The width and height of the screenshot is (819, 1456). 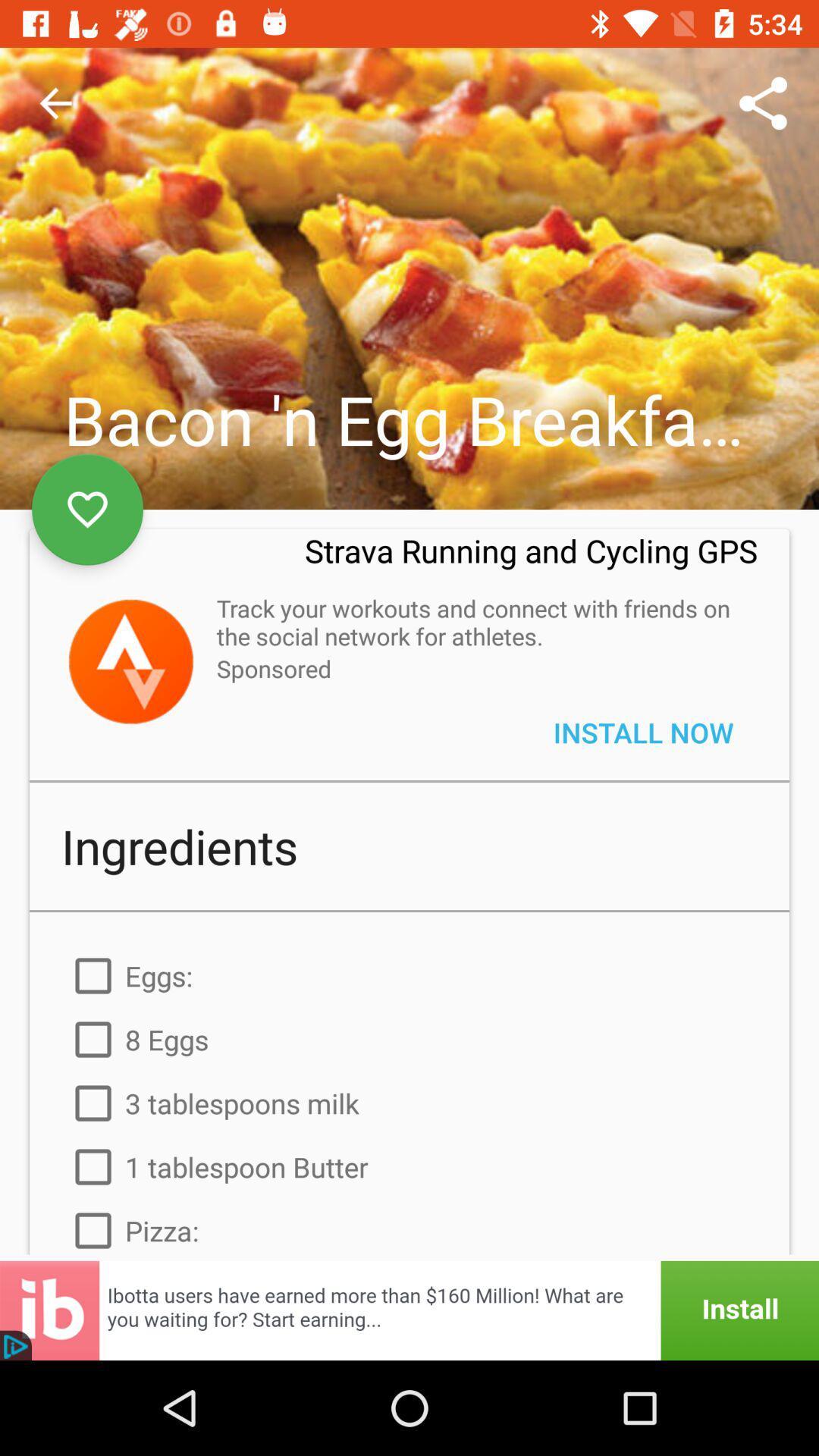 What do you see at coordinates (643, 732) in the screenshot?
I see `icon to the right of sponsored item` at bounding box center [643, 732].